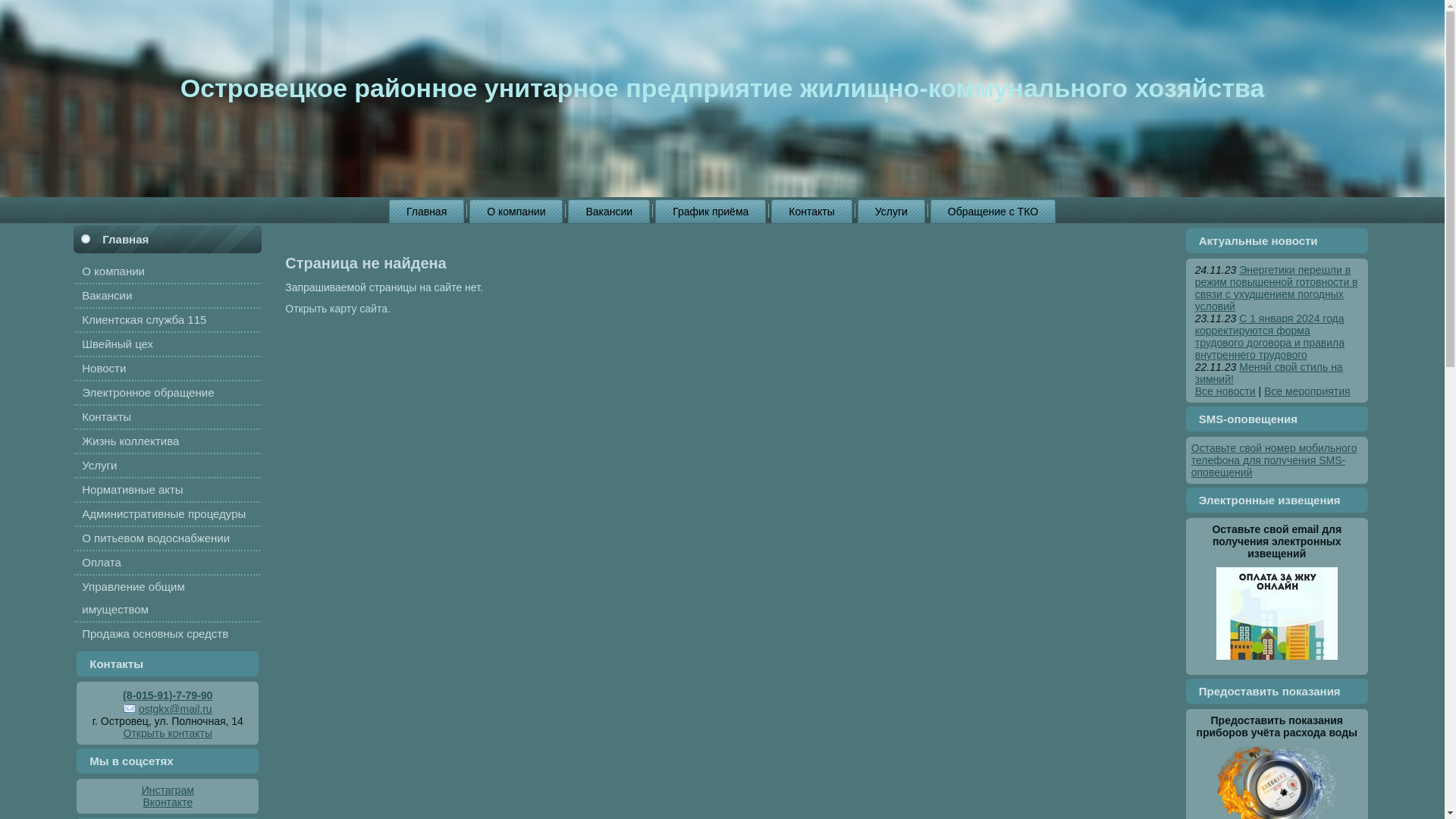 The height and width of the screenshot is (819, 1456). What do you see at coordinates (168, 708) in the screenshot?
I see `'ostgkx@mail.ru'` at bounding box center [168, 708].